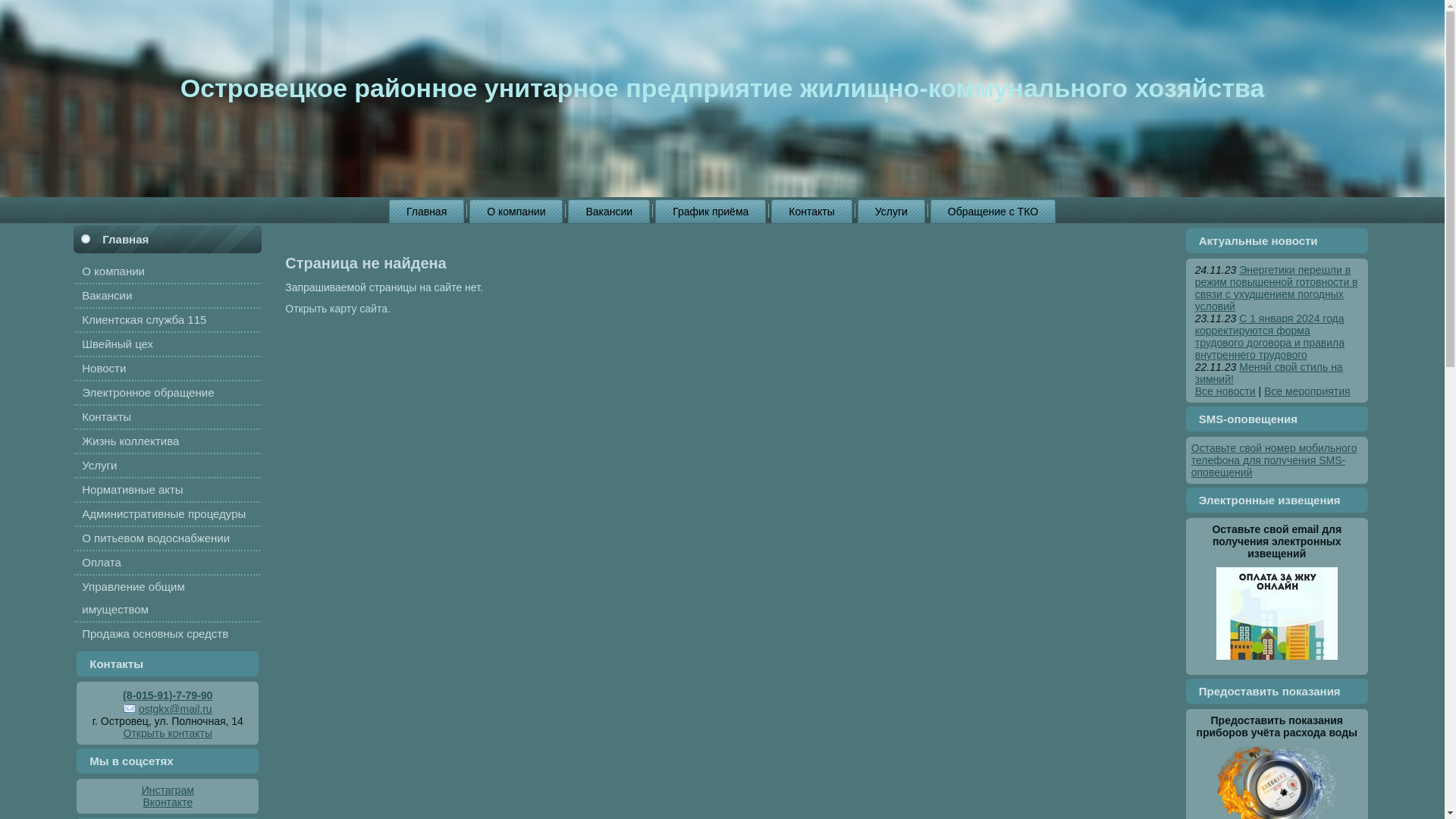 The height and width of the screenshot is (819, 1456). What do you see at coordinates (168, 708) in the screenshot?
I see `'ostgkx@mail.ru'` at bounding box center [168, 708].